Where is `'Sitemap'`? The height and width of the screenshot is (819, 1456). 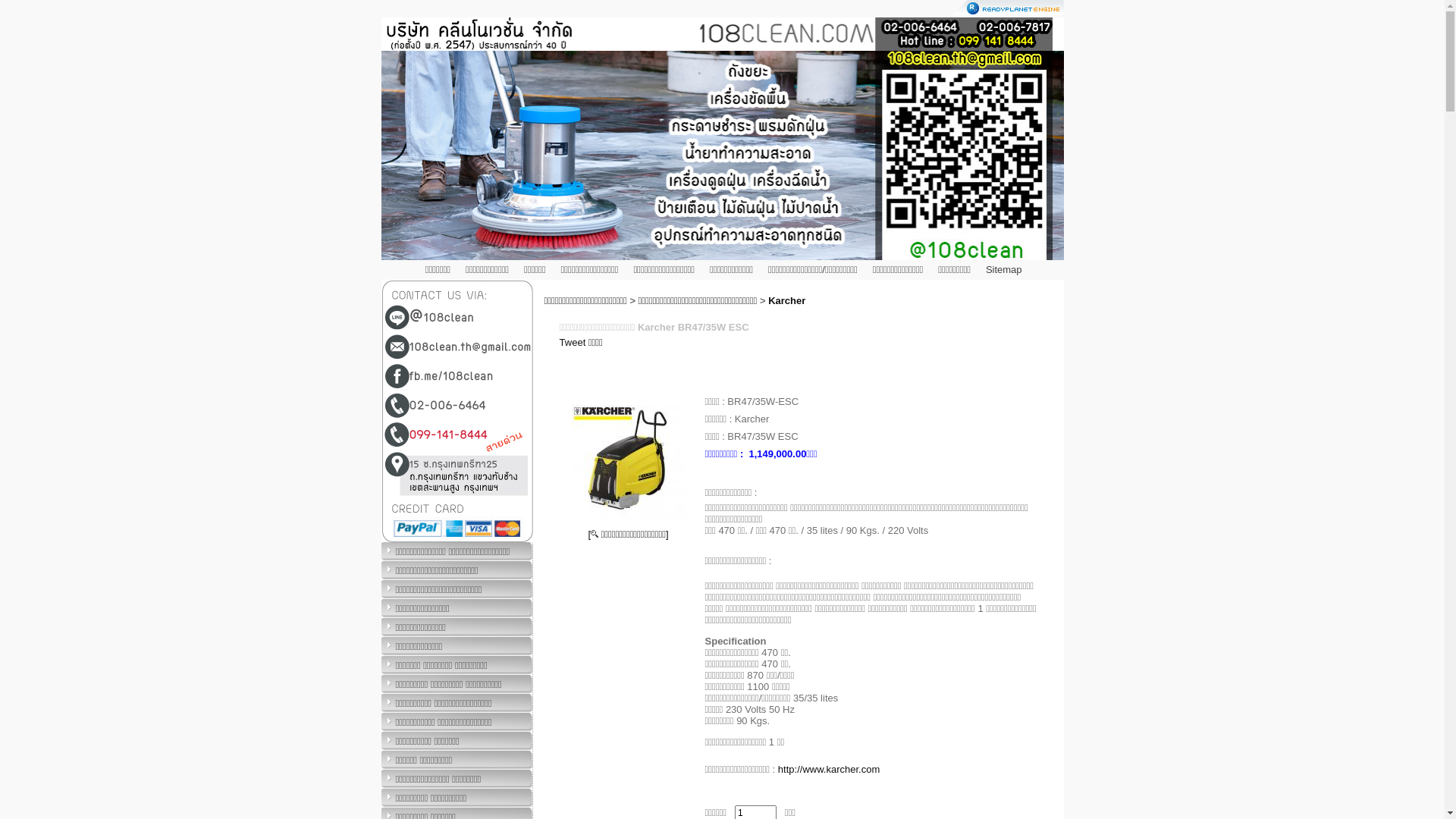 'Sitemap' is located at coordinates (1004, 268).